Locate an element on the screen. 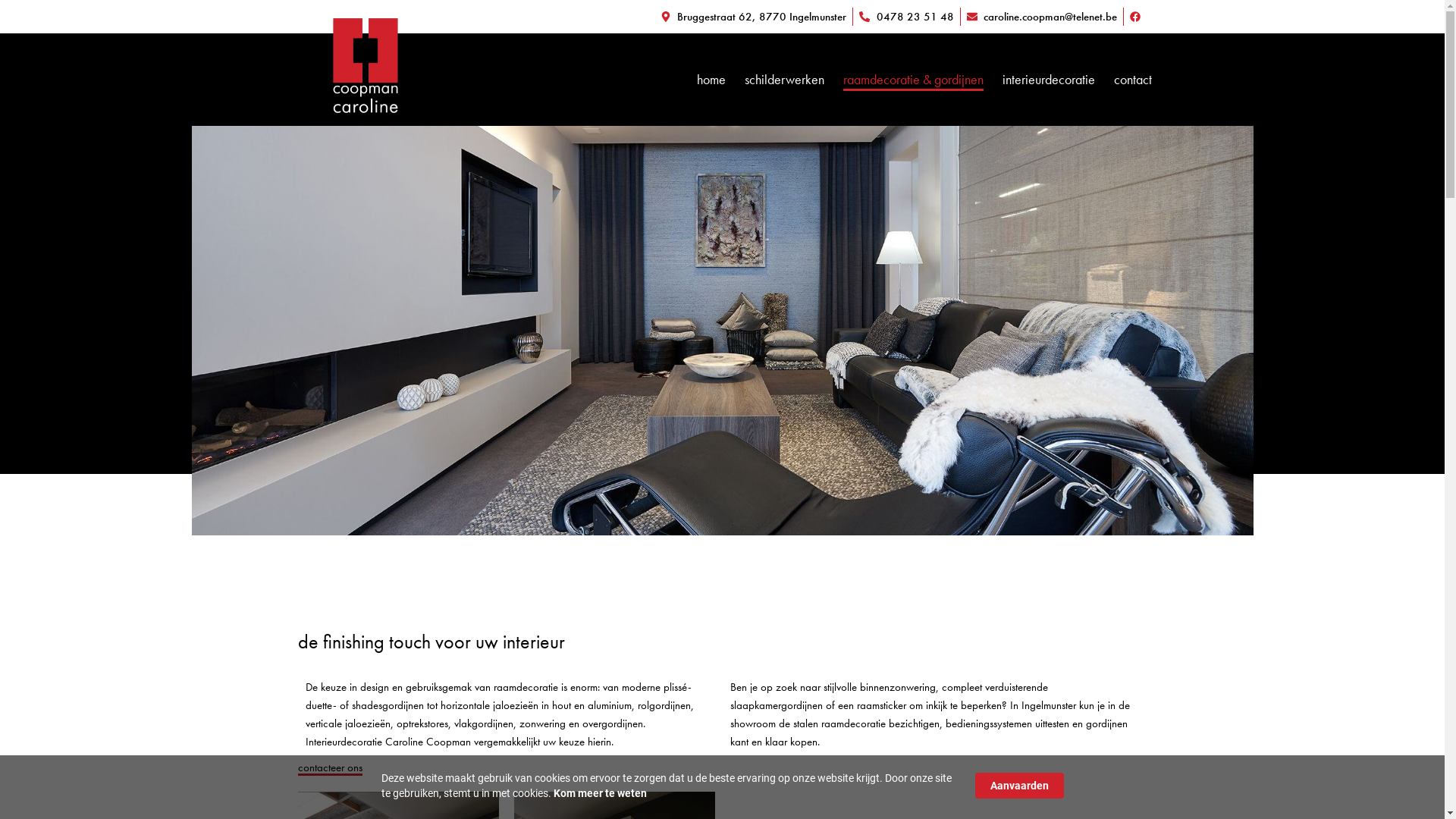 The width and height of the screenshot is (1456, 819). 'interieurdecoratie' is located at coordinates (1047, 79).